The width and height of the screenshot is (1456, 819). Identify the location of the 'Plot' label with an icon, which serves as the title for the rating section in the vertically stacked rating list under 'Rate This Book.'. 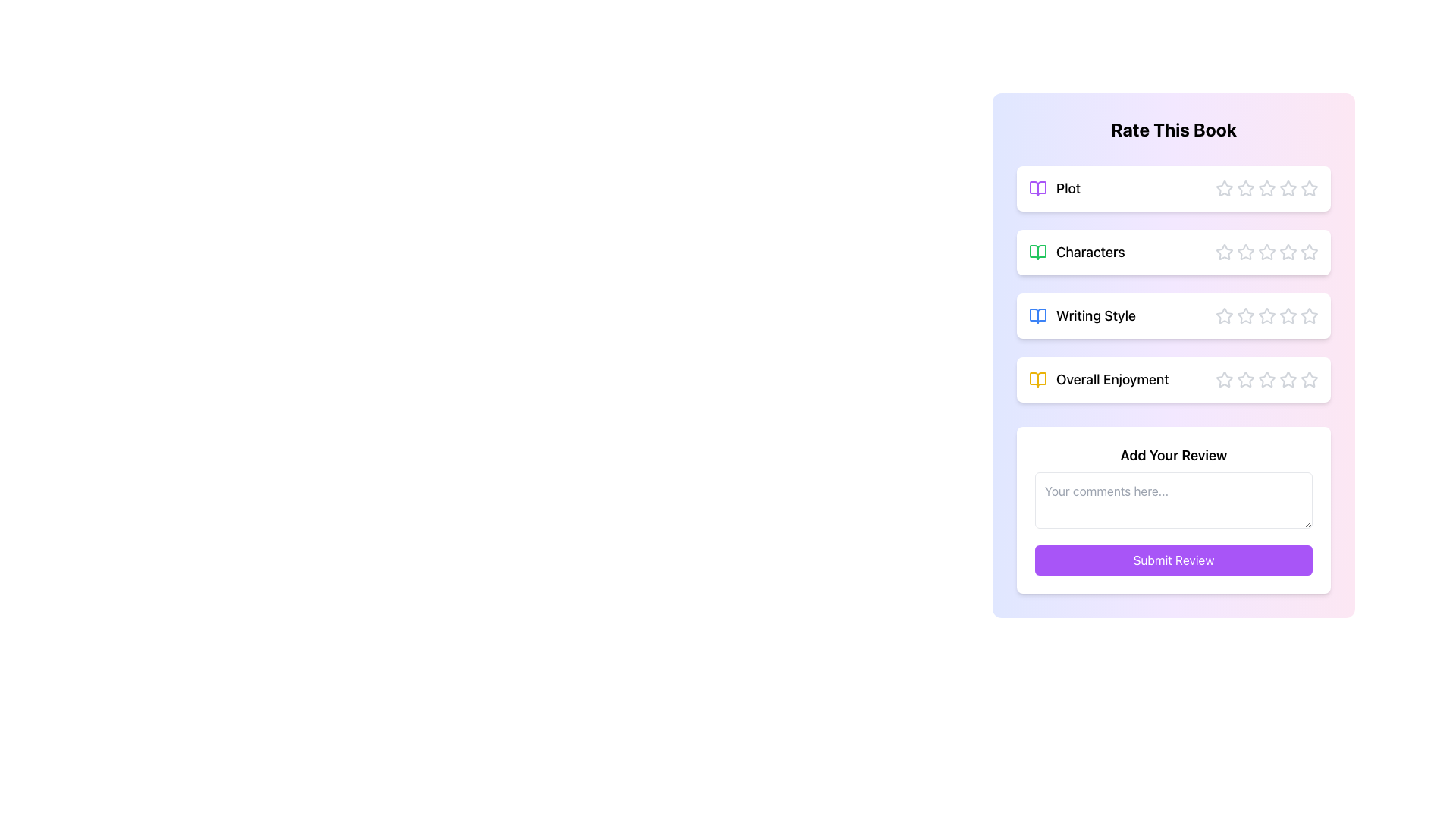
(1054, 188).